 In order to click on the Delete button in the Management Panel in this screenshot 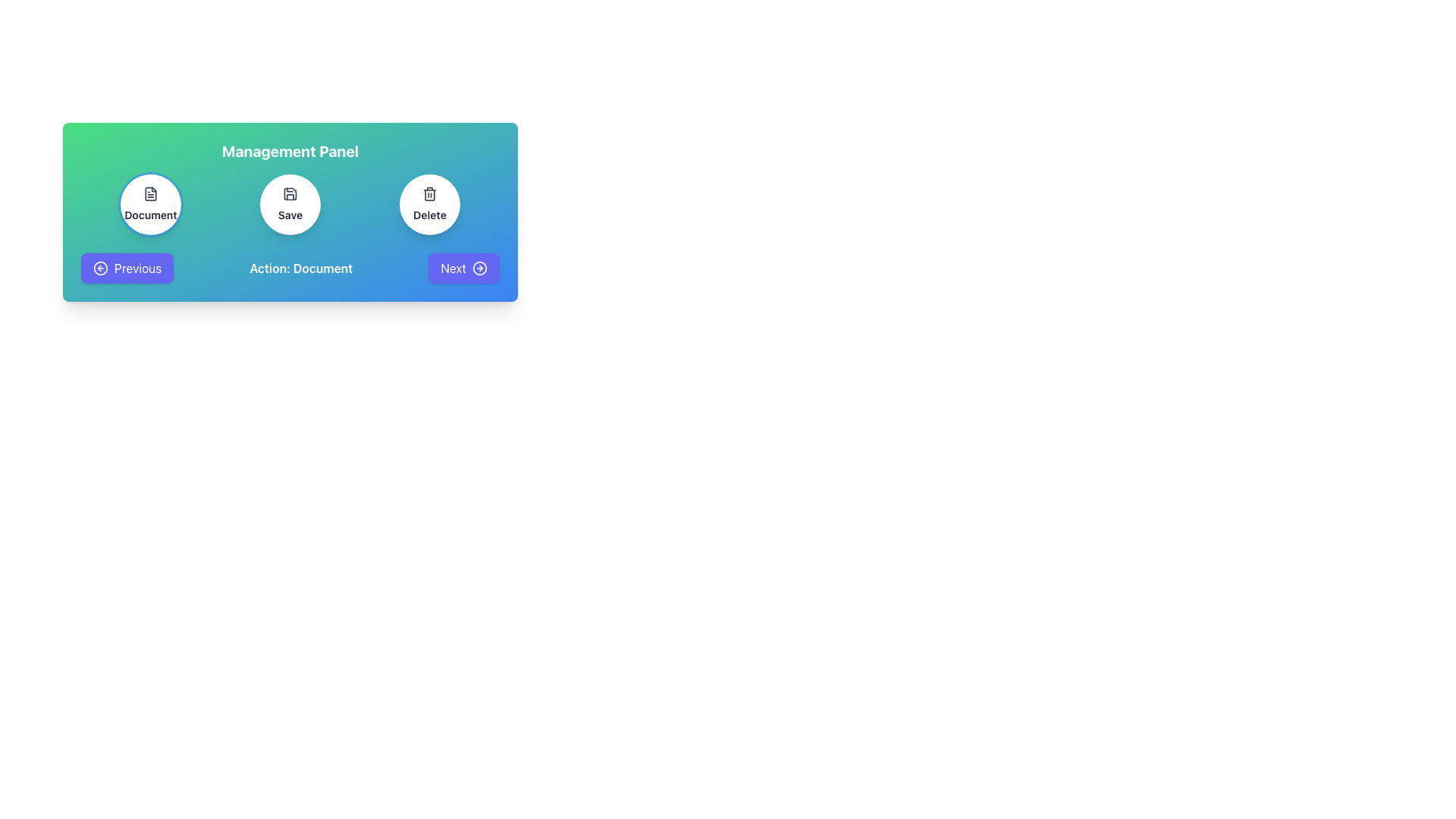, I will do `click(428, 205)`.